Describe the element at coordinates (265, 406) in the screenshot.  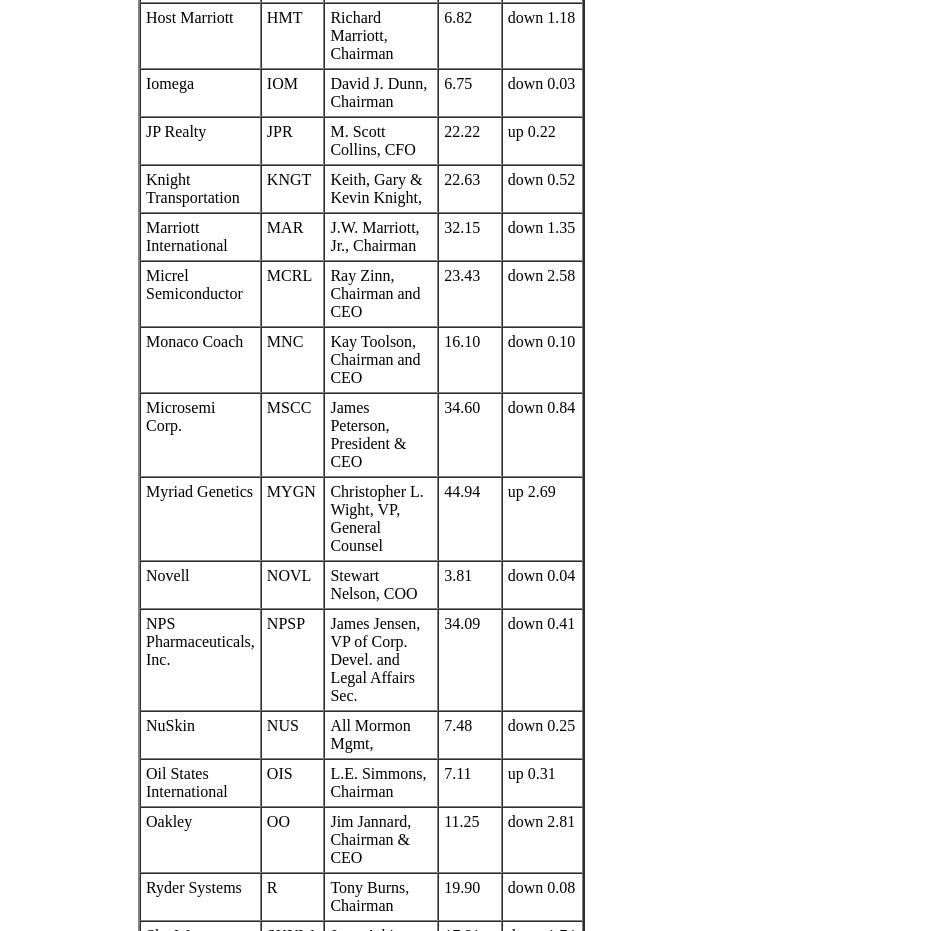
I see `'MSCC'` at that location.